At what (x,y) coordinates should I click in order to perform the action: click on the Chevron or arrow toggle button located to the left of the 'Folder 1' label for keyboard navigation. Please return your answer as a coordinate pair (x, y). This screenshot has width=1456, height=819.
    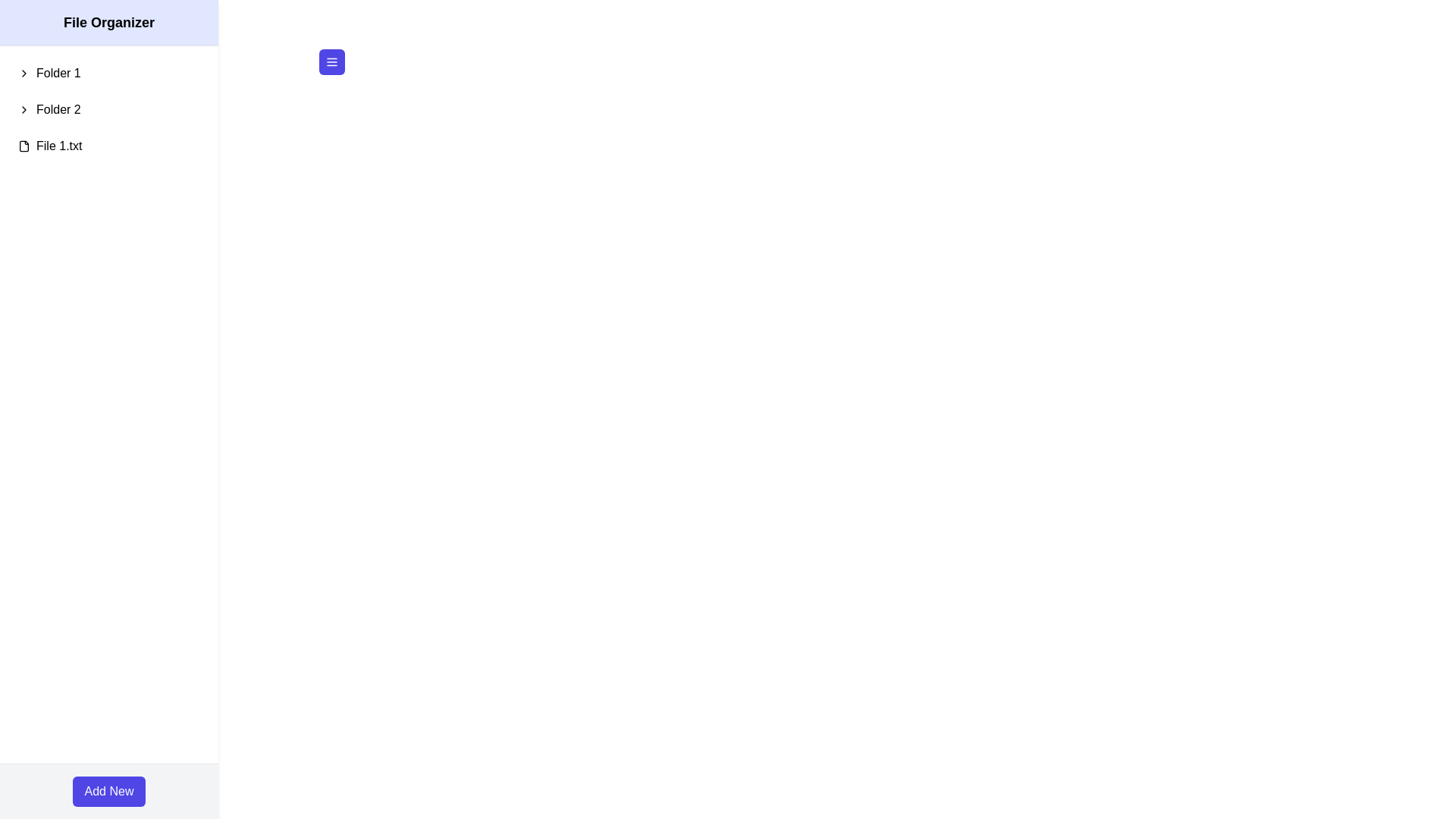
    Looking at the image, I should click on (24, 73).